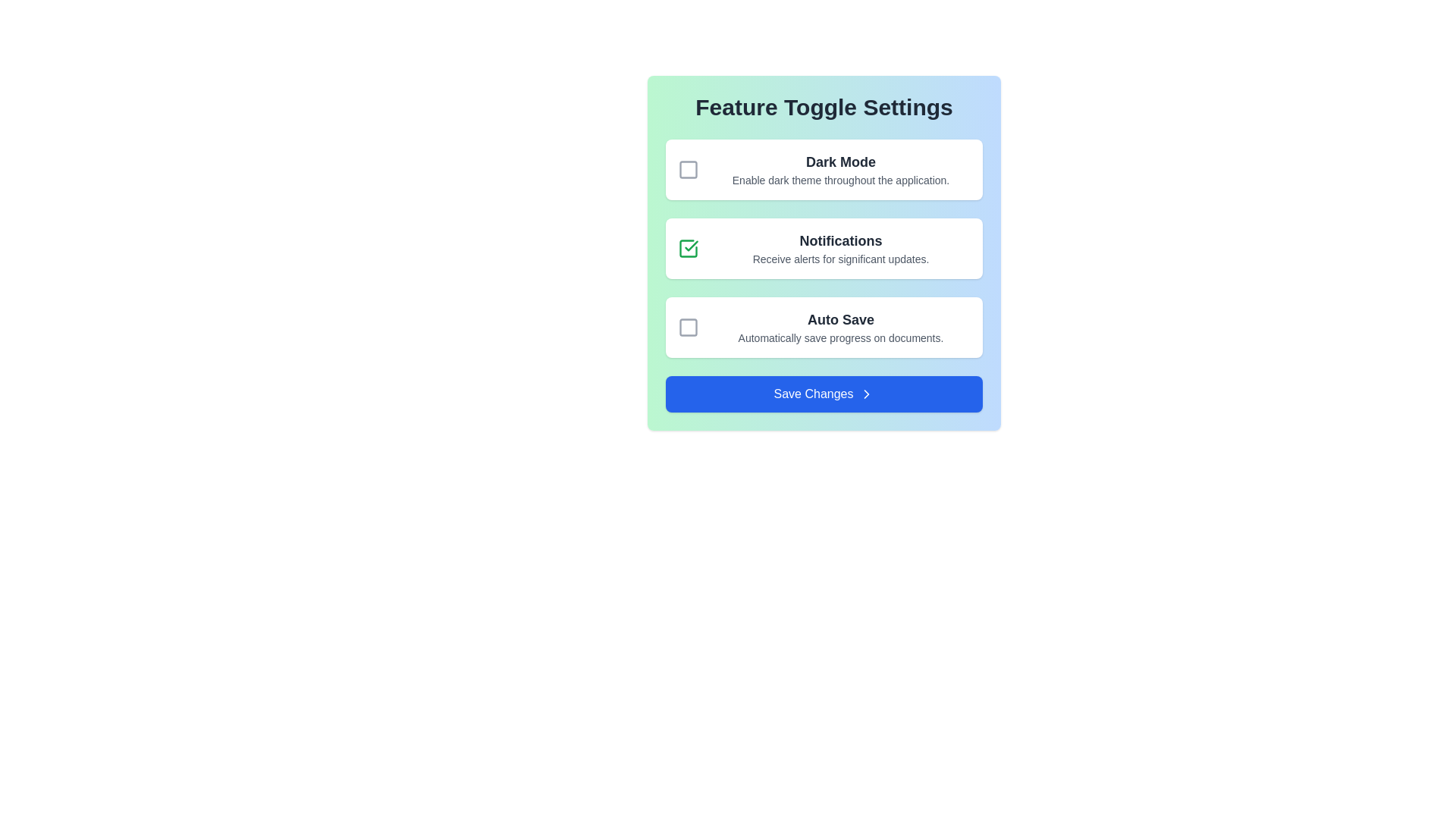  What do you see at coordinates (823, 253) in the screenshot?
I see `the toggles in the Settings panel by clicking on their checkboxes, located at the center of the panel with the title 'Feature Toggle Settings'` at bounding box center [823, 253].